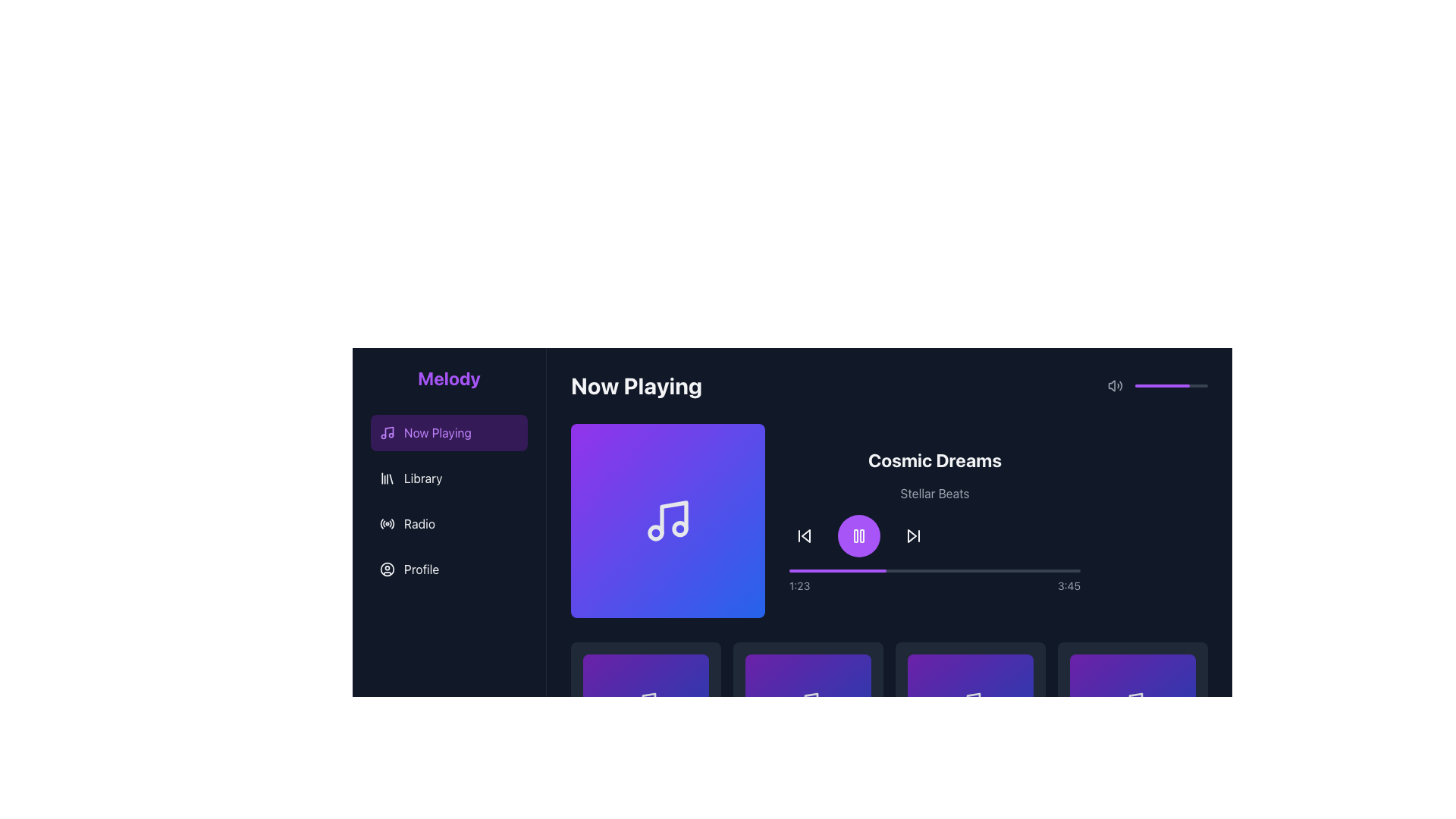 Image resolution: width=1456 pixels, height=819 pixels. Describe the element at coordinates (934, 459) in the screenshot. I see `the text element displaying 'Cosmic Dreams' in bold, large white font on a dark background, positioned on the right side above 'Stellar Beats'` at that location.